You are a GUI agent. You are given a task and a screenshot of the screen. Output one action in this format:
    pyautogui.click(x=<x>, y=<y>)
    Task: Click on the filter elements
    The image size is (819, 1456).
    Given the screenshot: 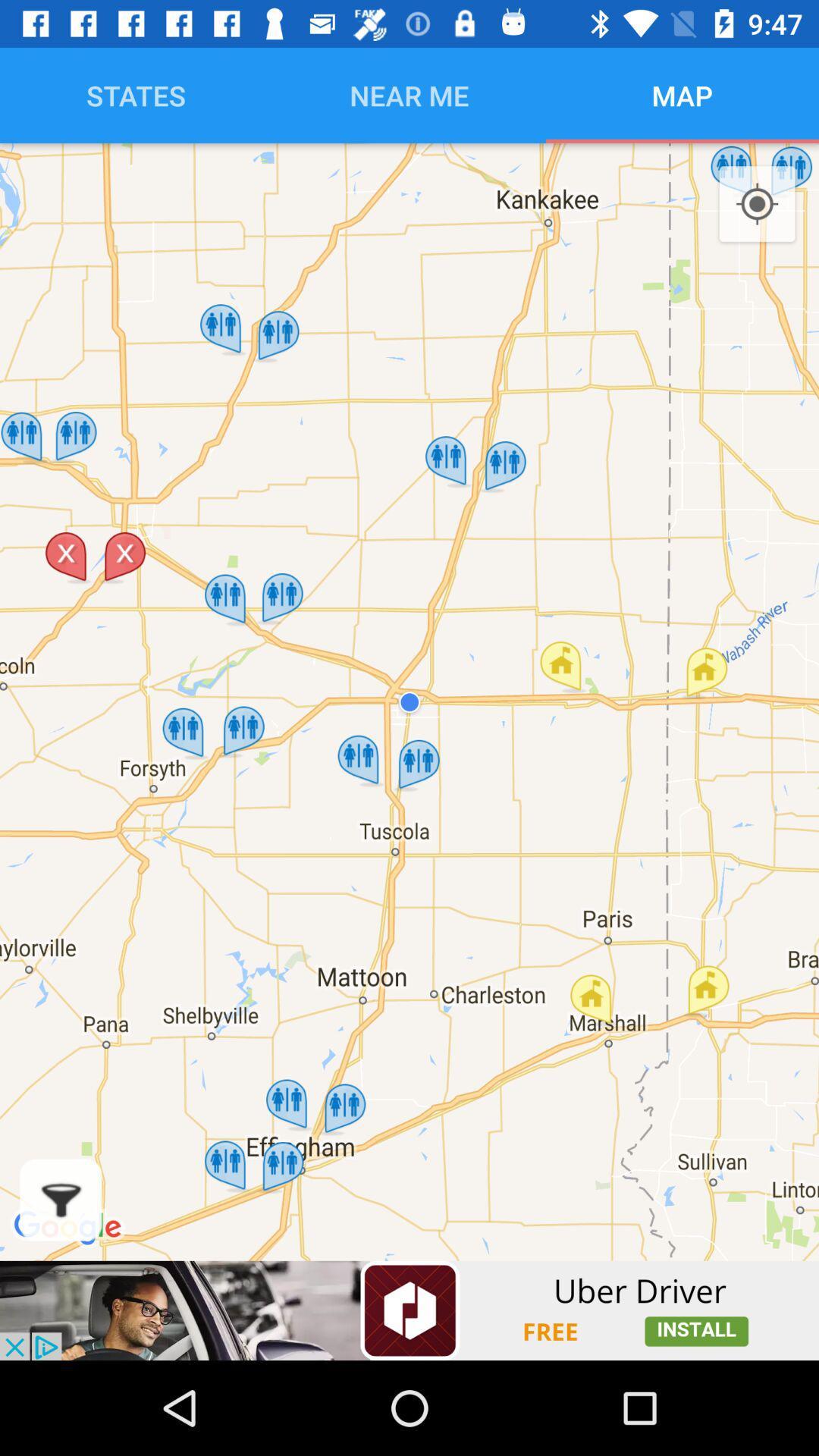 What is the action you would take?
    pyautogui.click(x=60, y=1199)
    